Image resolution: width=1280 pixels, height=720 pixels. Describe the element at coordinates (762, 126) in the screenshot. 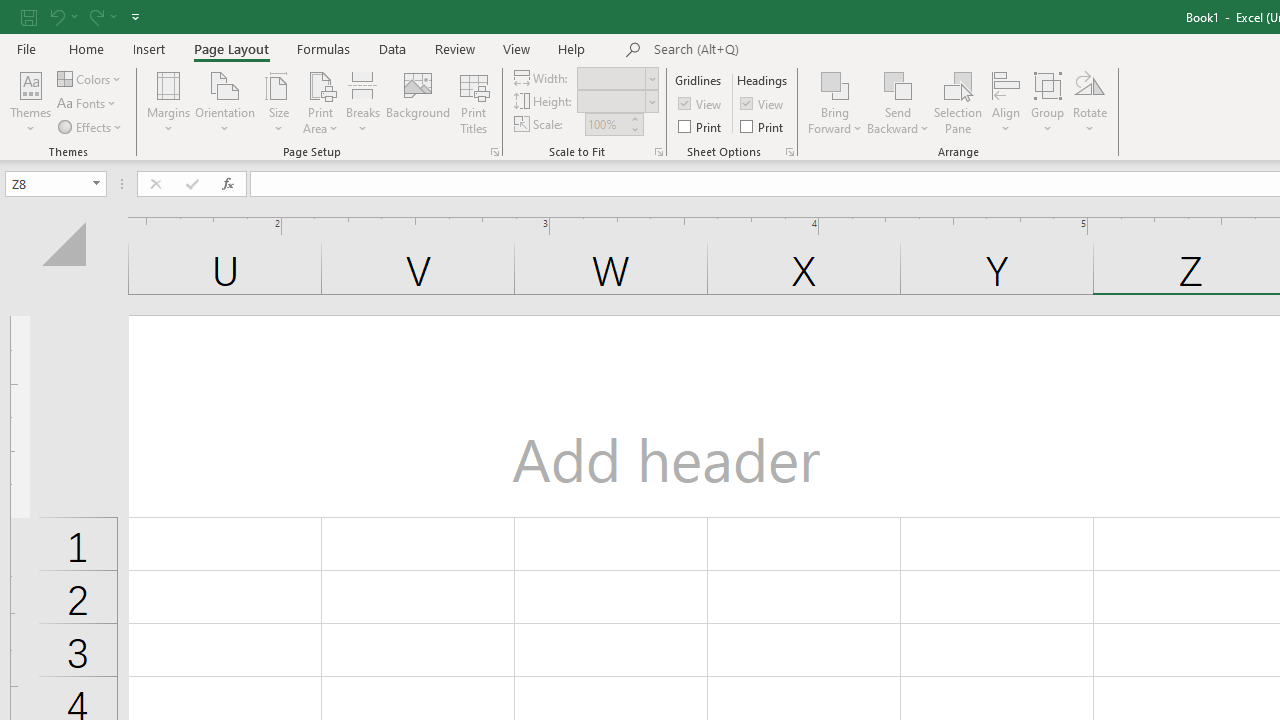

I see `'Print'` at that location.